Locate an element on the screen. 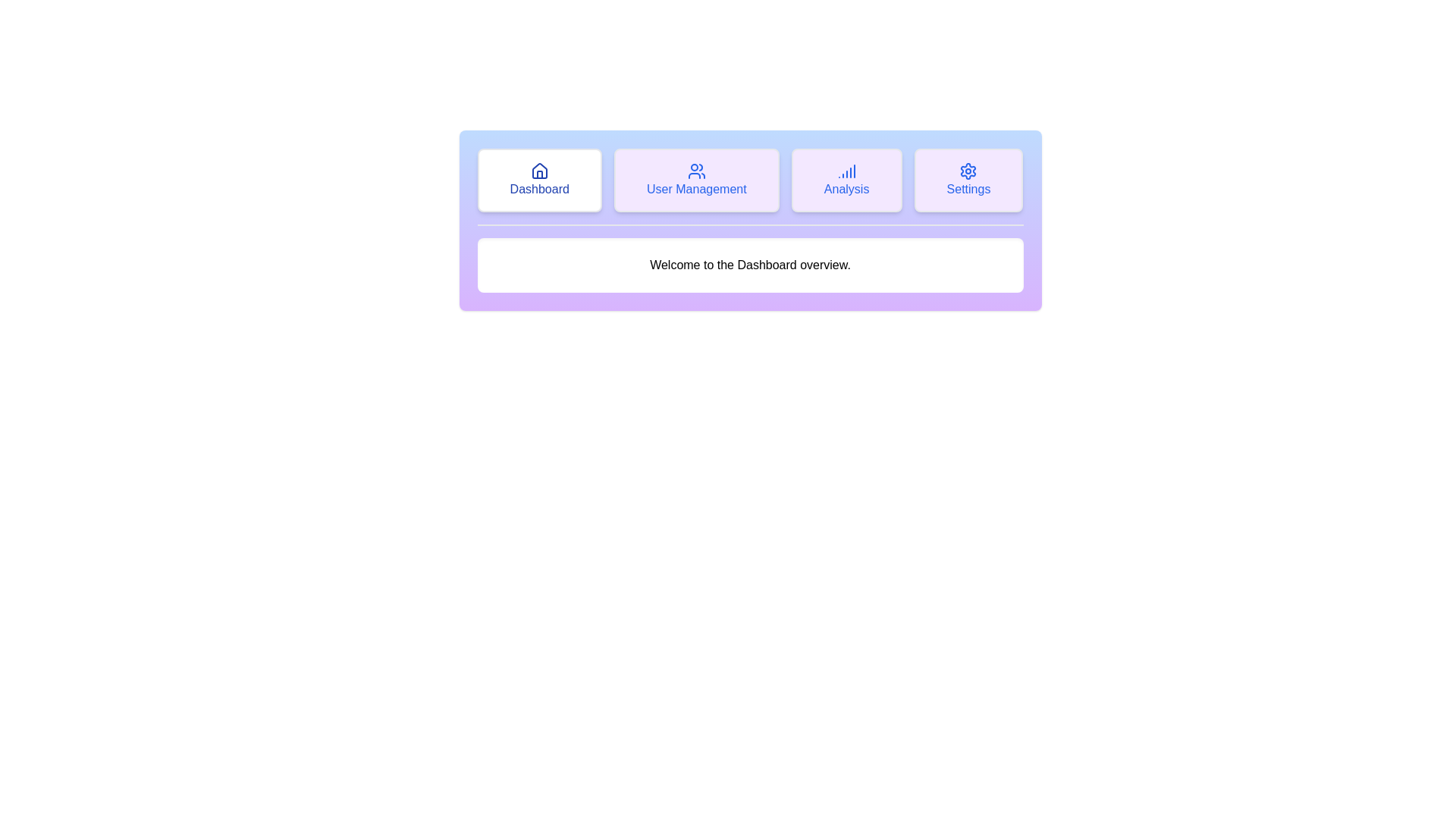 The width and height of the screenshot is (1456, 819). the settings icon, which resembles a cog or gear, located in the top-right corner of the 'Settings' card, colored blue on a light purple background is located at coordinates (968, 171).